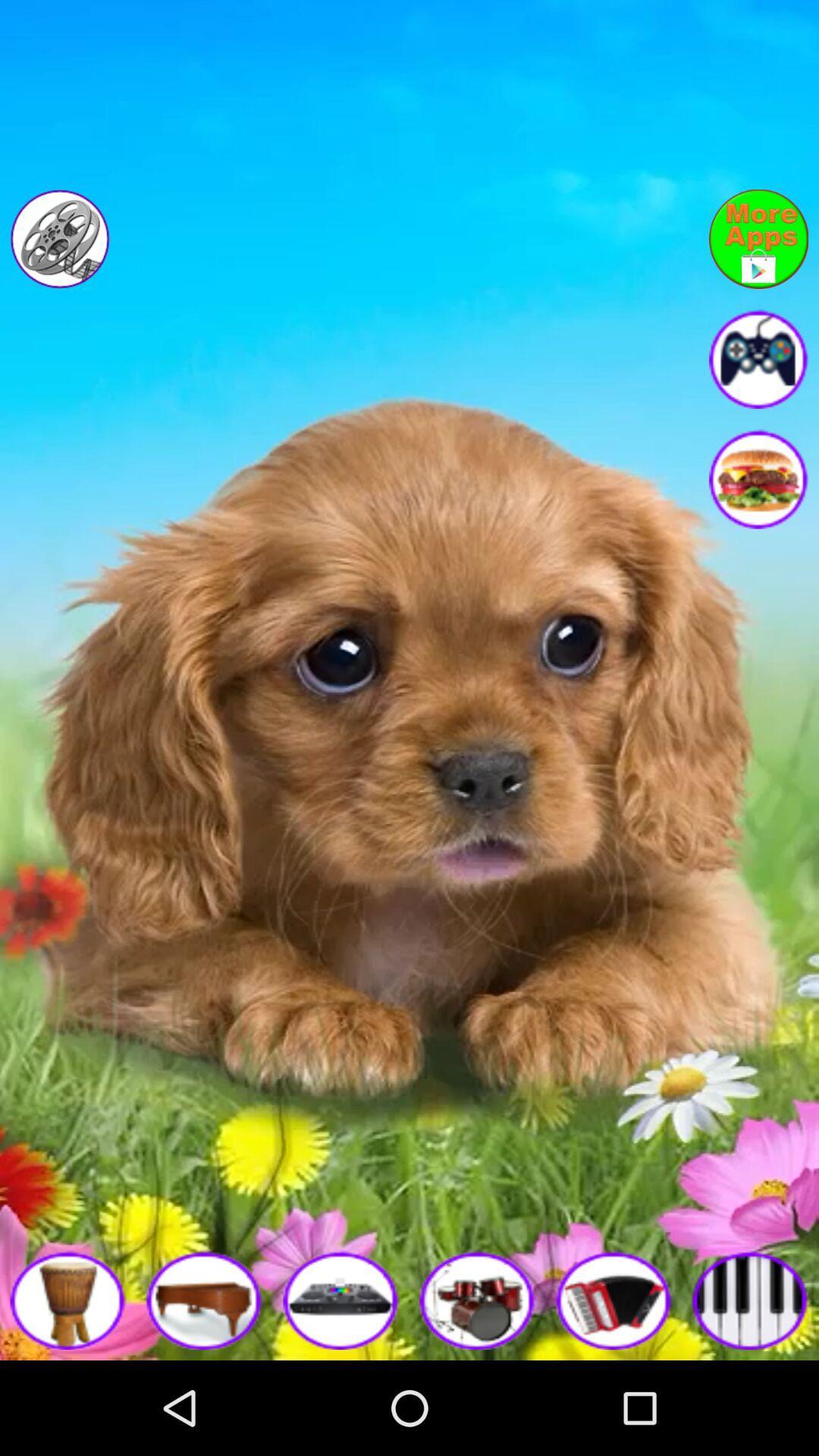 The height and width of the screenshot is (1456, 819). I want to click on music, so click(614, 1299).